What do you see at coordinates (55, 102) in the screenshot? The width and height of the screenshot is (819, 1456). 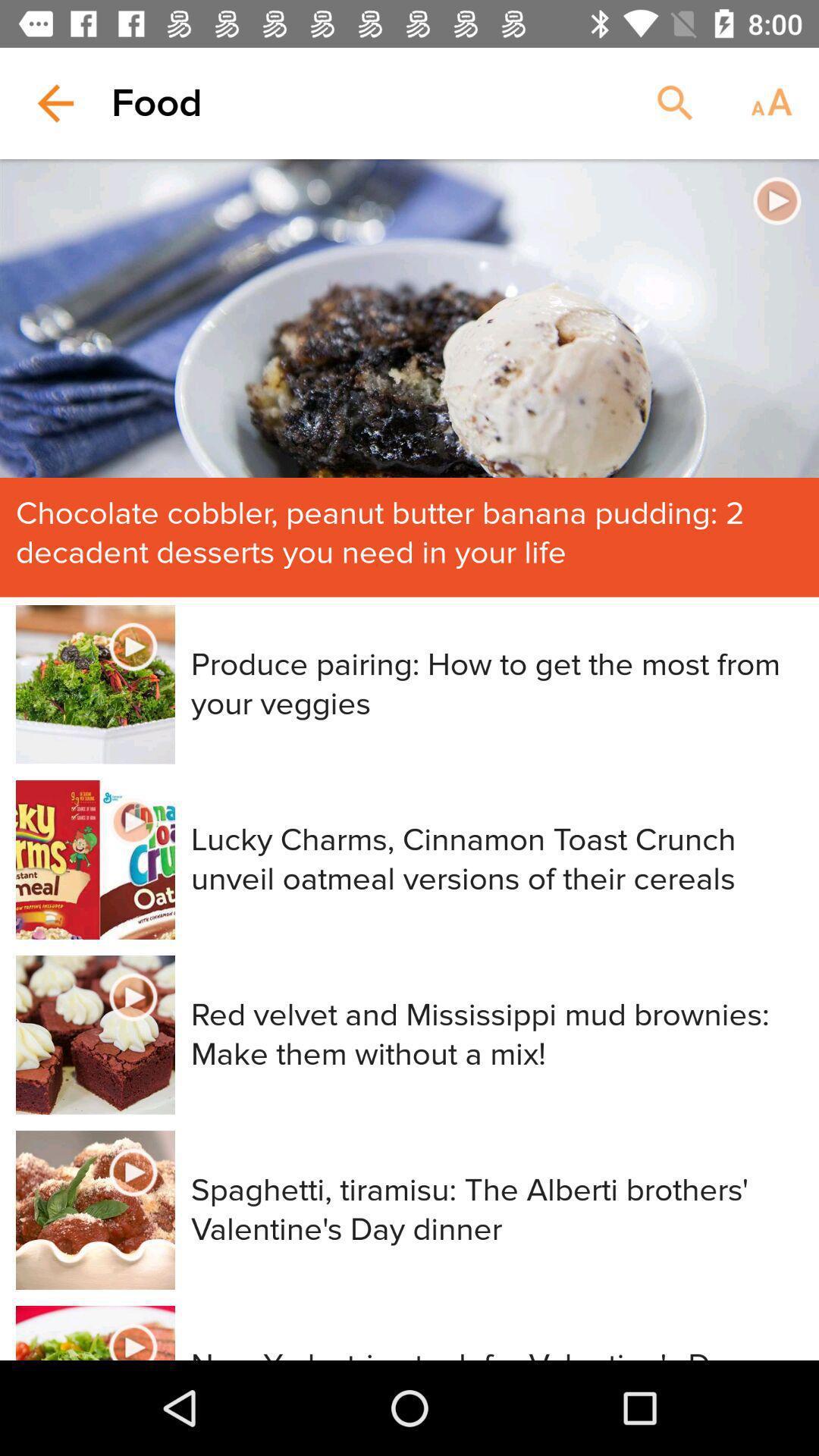 I see `item to the left of the food item` at bounding box center [55, 102].